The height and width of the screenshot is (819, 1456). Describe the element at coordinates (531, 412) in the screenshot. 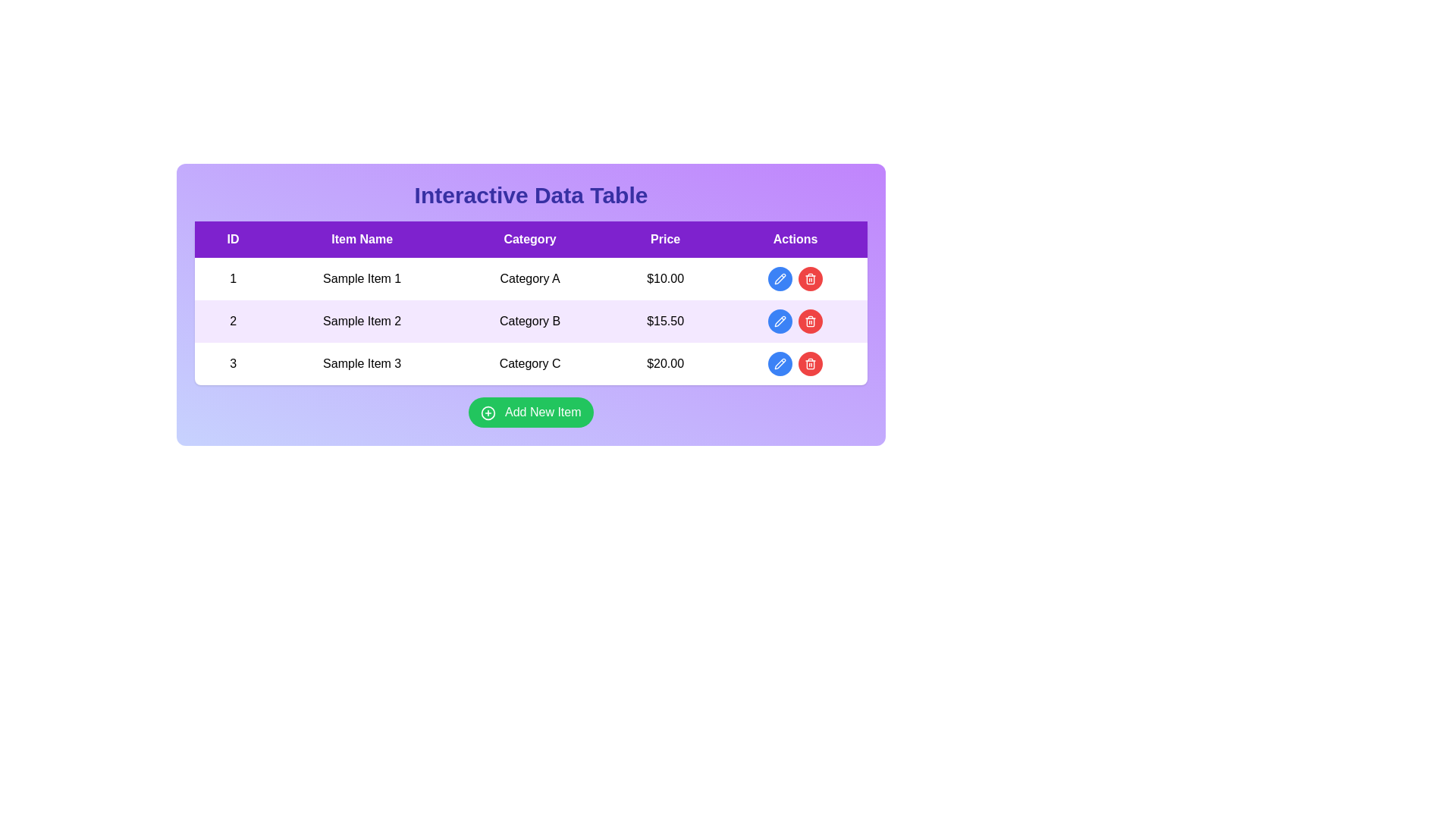

I see `the 'Add New Item' button with a green background and white text` at that location.